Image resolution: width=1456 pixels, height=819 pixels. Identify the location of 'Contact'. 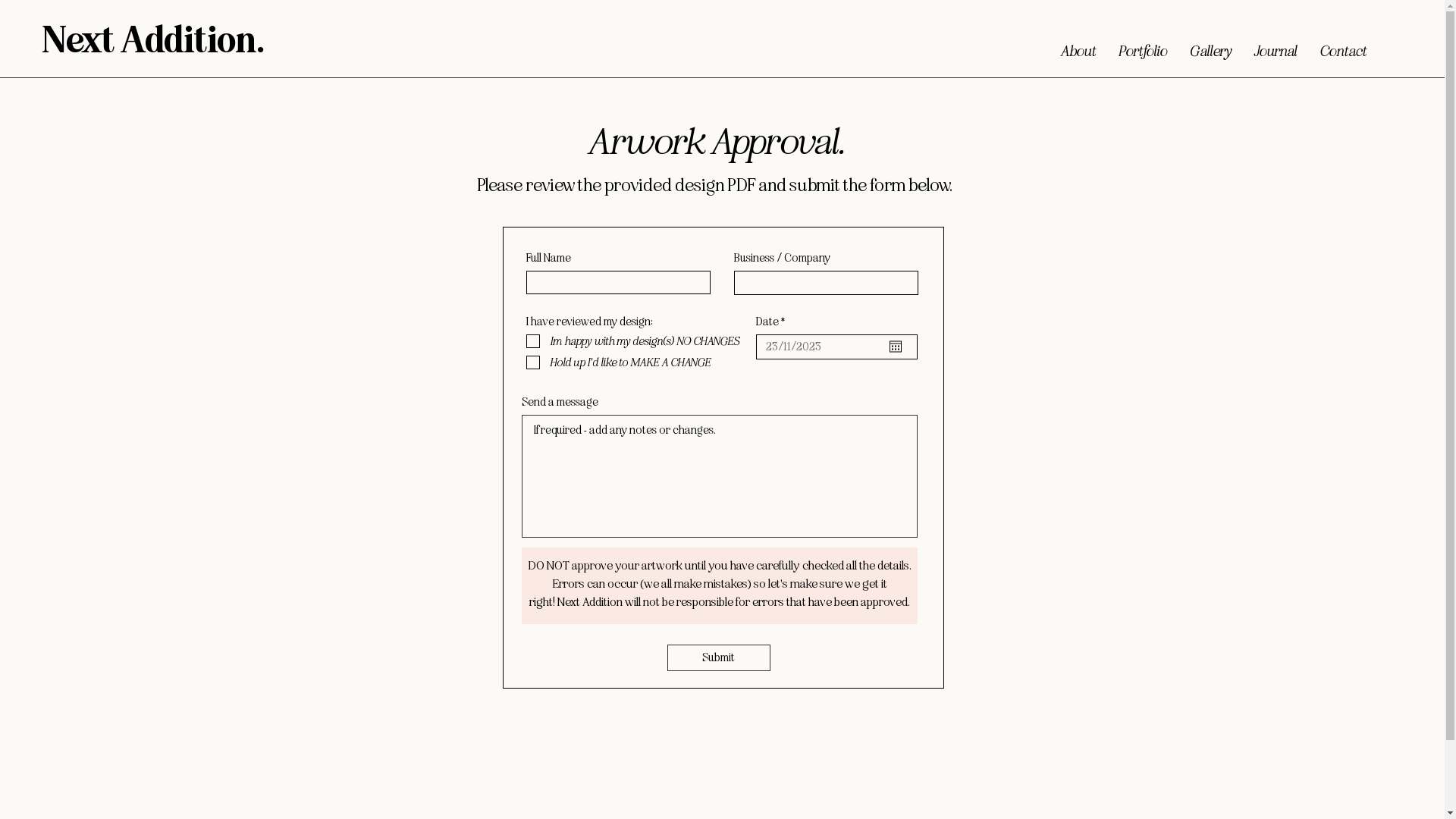
(1343, 46).